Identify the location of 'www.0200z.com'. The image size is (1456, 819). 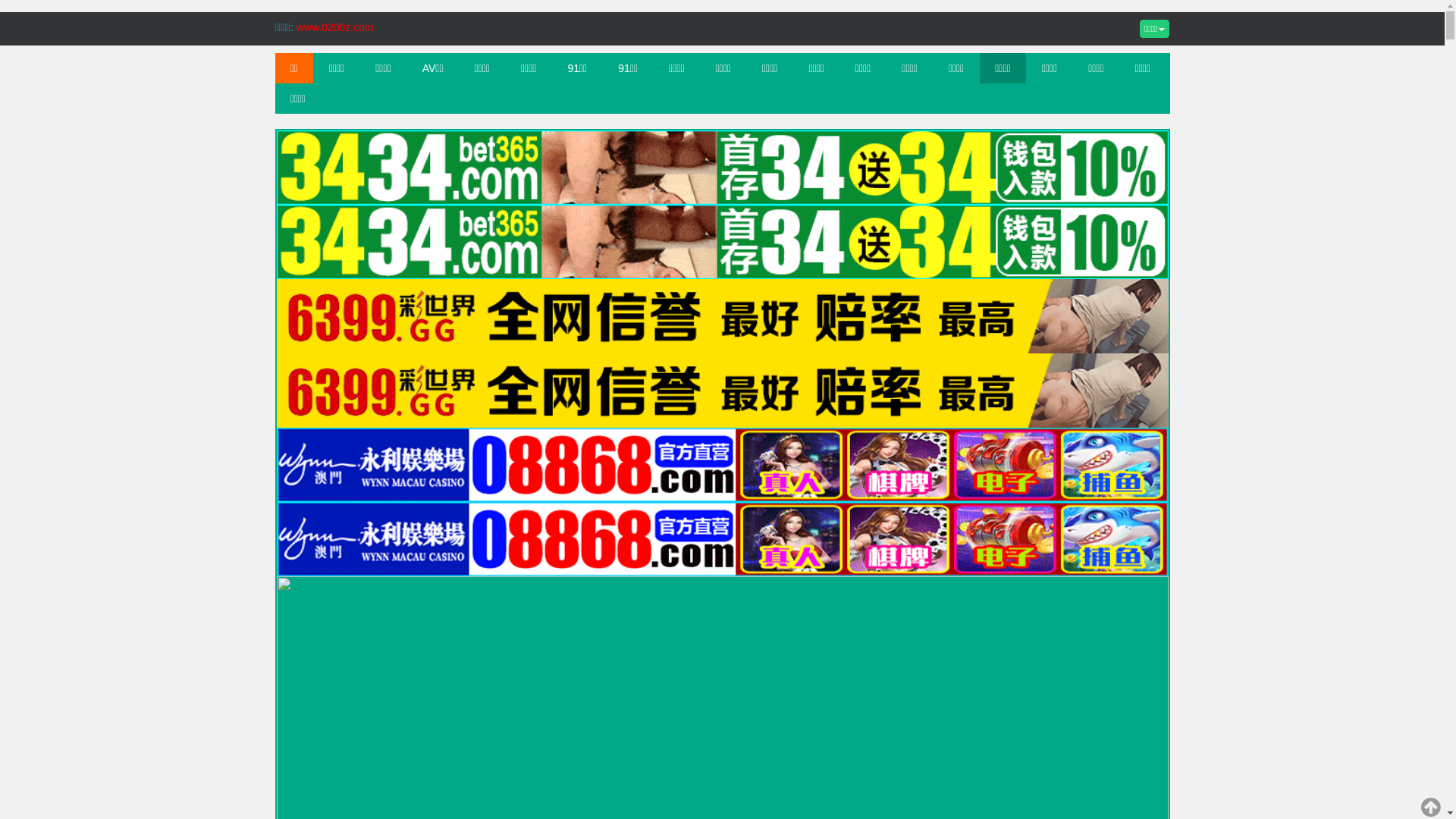
(334, 27).